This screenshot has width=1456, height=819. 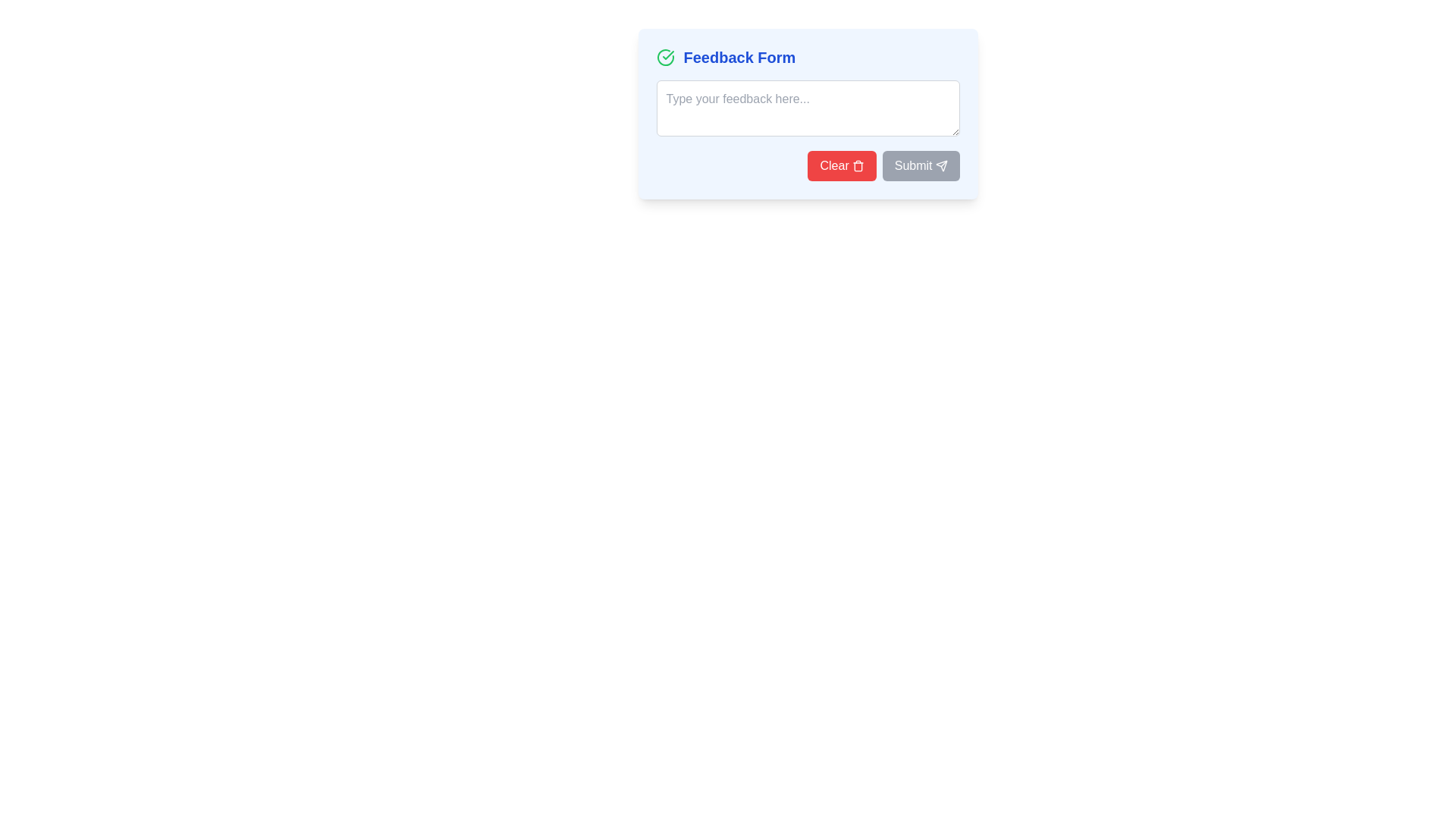 What do you see at coordinates (807, 166) in the screenshot?
I see `the red 'Clear' button with rounded corners that has white text and a trash can icon, located to the left of the grey 'Submit' button` at bounding box center [807, 166].